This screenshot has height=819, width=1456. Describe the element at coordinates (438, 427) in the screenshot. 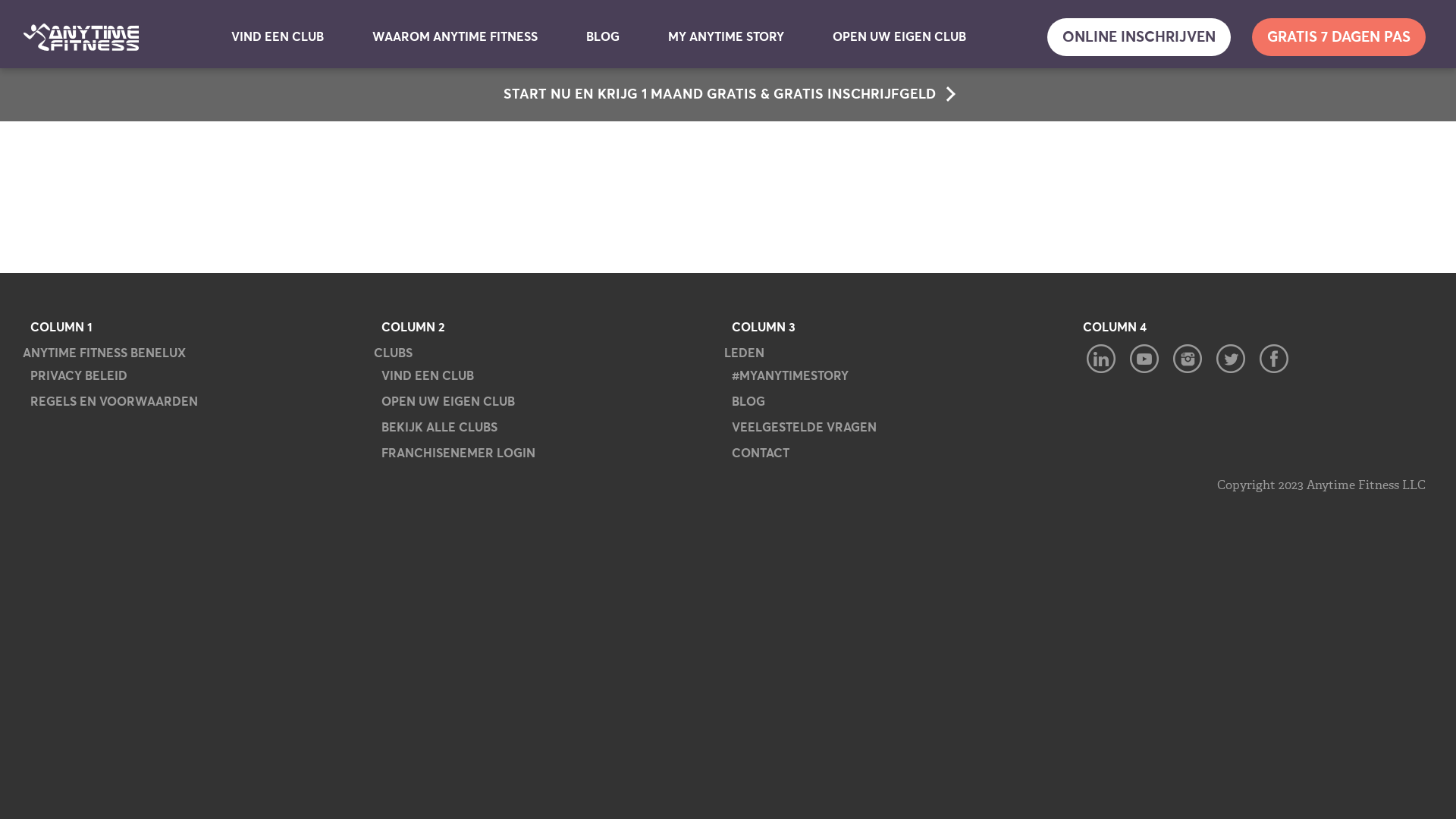

I see `'BEKIJK ALLE CLUBS'` at that location.